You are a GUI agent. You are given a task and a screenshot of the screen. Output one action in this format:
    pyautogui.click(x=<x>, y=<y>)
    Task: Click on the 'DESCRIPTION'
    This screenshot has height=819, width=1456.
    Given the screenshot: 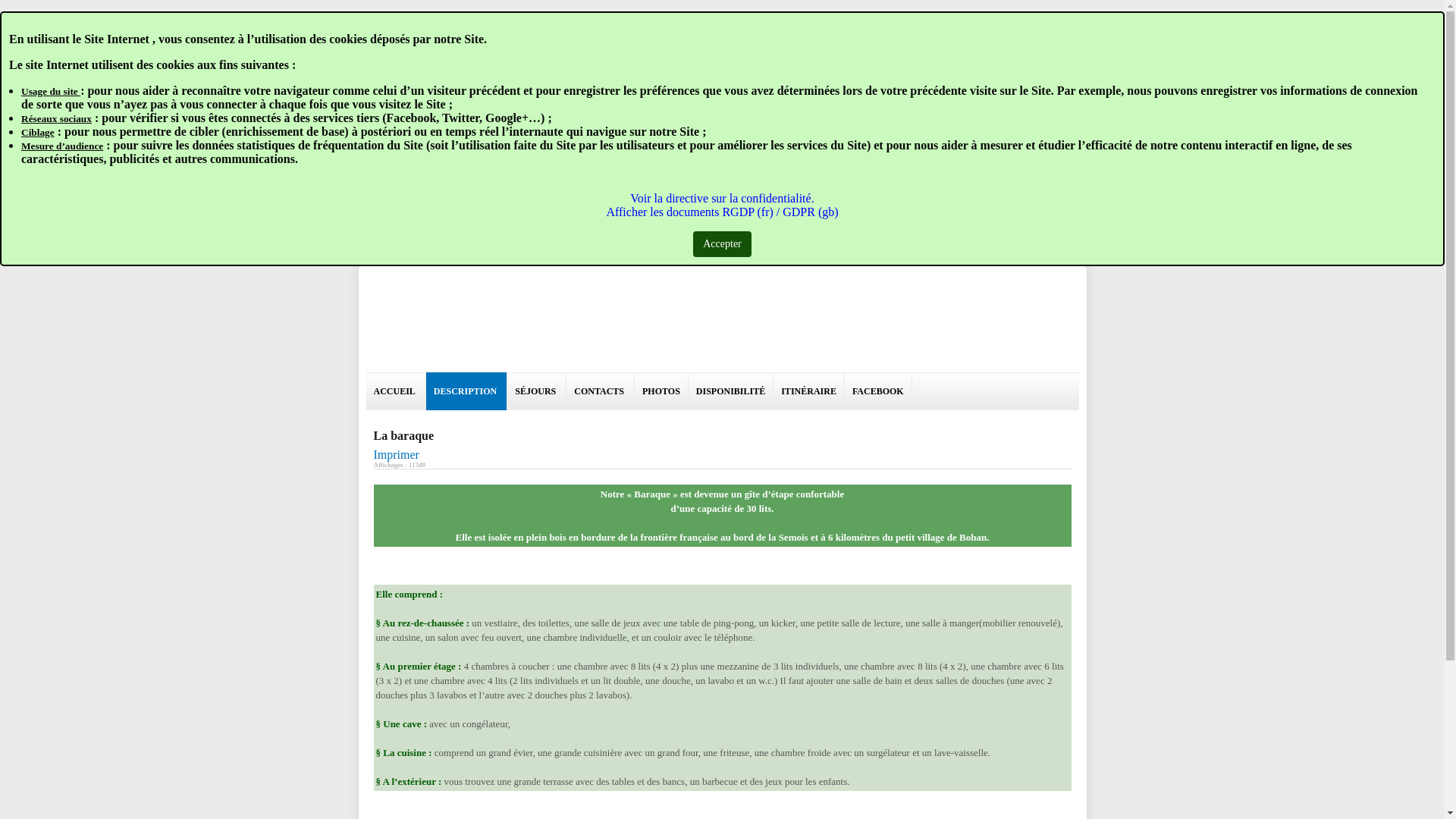 What is the action you would take?
    pyautogui.click(x=466, y=391)
    